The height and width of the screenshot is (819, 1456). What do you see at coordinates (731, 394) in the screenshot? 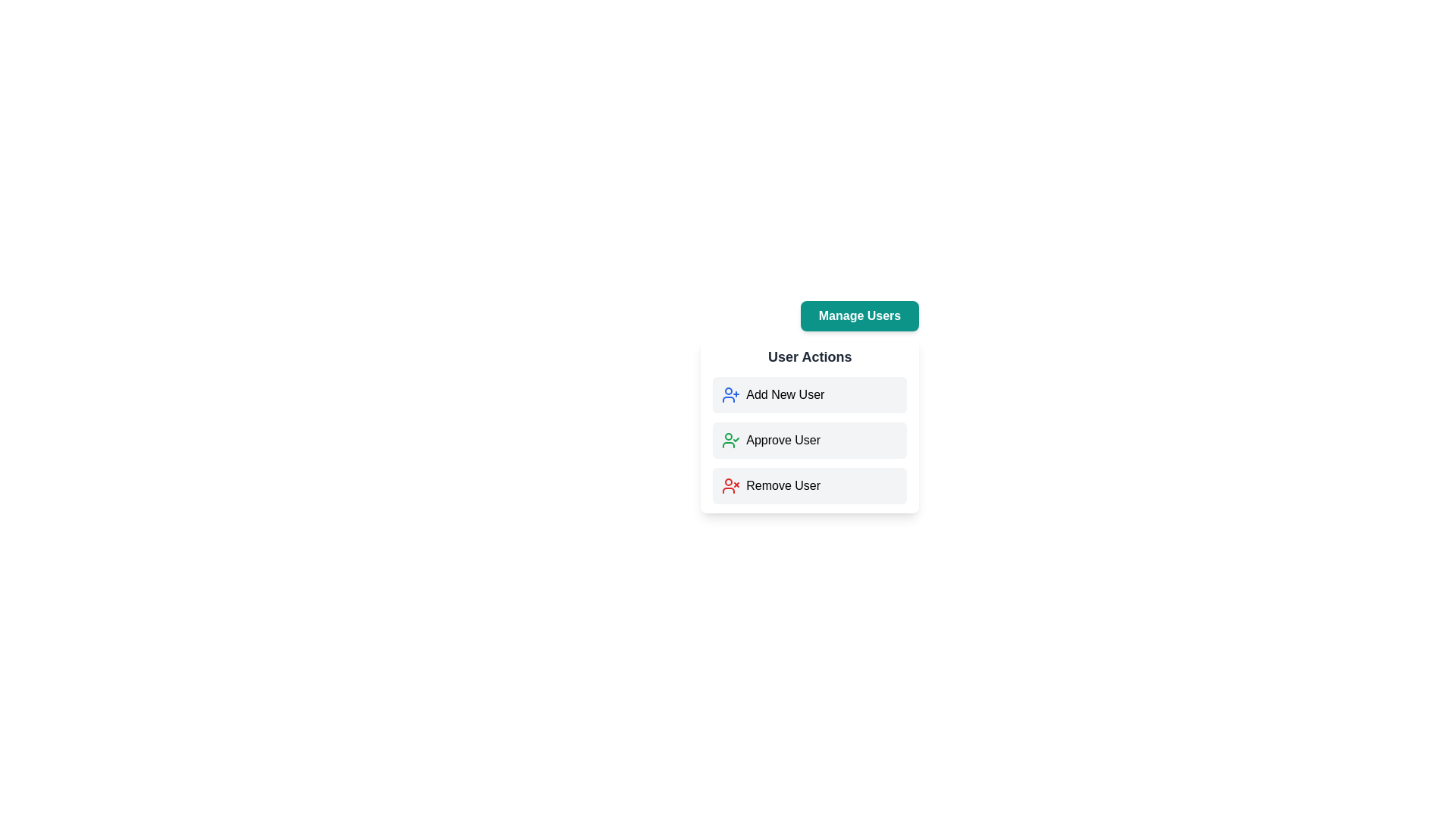
I see `the user profile icon with a plus sign, which is part of the 'Add New User' button located on the left side, styled in blue and positioned under the 'User Actions' header` at bounding box center [731, 394].